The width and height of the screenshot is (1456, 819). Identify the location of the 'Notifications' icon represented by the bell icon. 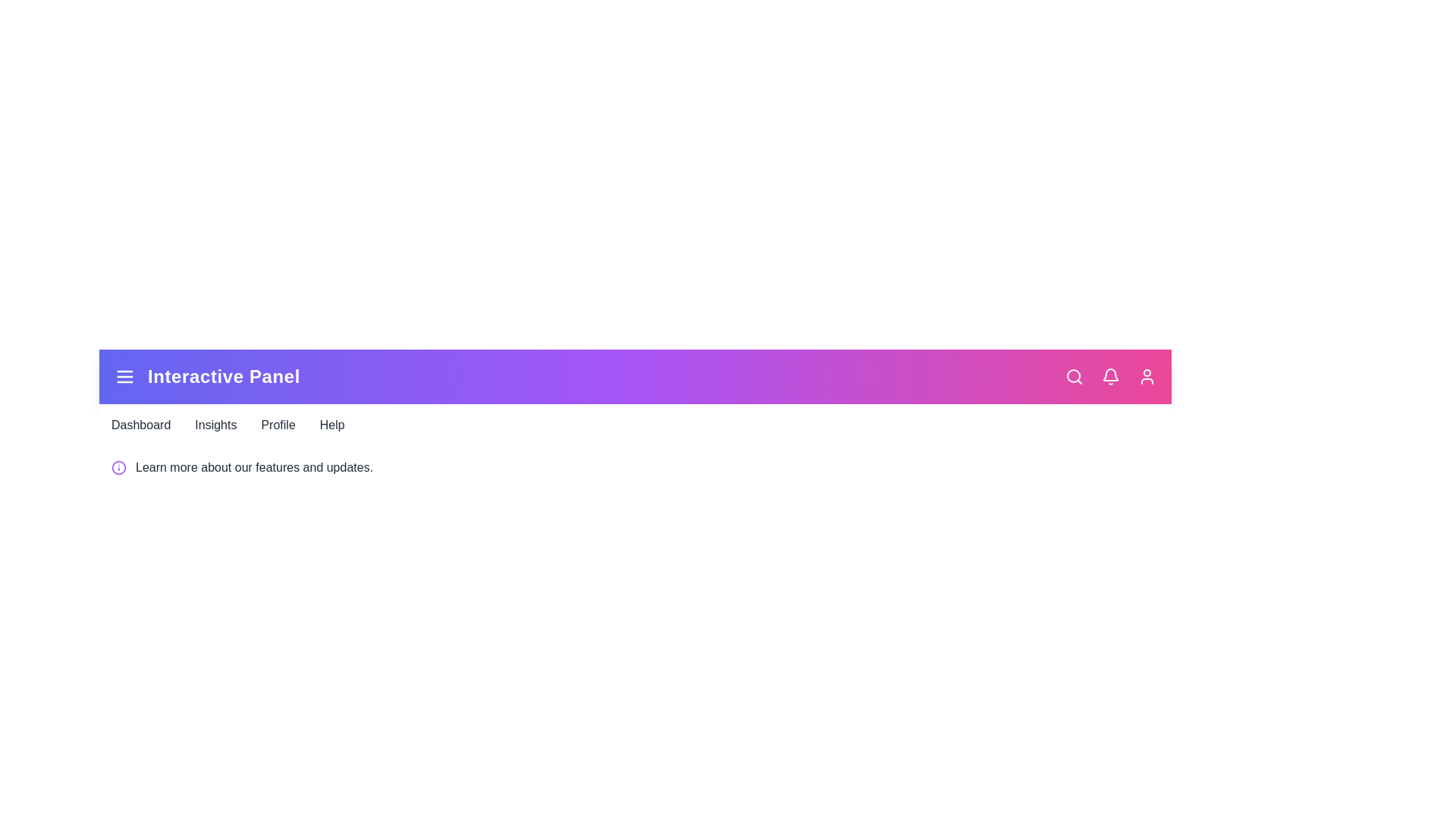
(1110, 376).